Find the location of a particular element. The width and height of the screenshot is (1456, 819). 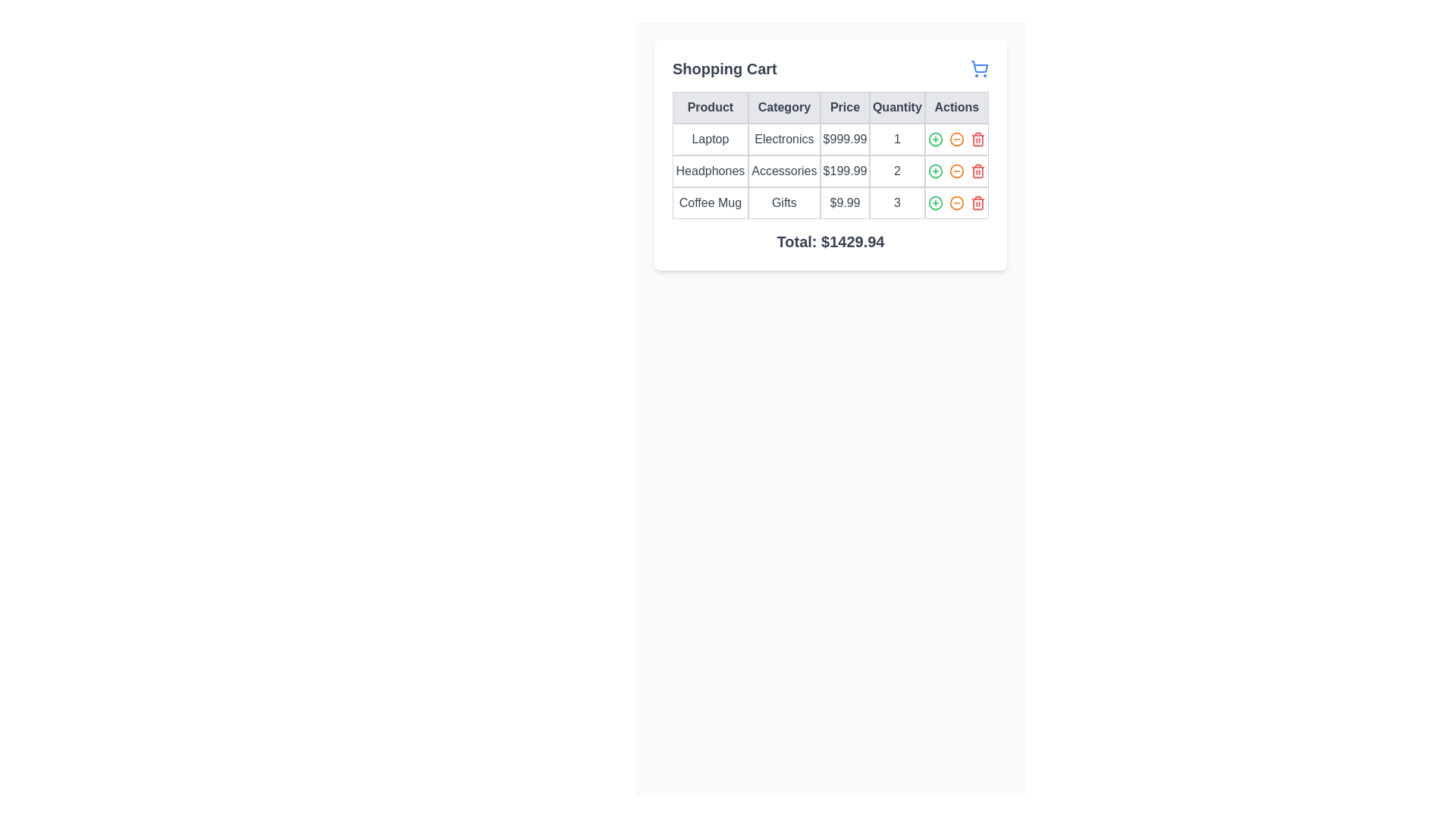

the 'Quantity' label, which is the fourth column header in the 'Shopping Cart' table, displayed in bold and dark font is located at coordinates (897, 107).